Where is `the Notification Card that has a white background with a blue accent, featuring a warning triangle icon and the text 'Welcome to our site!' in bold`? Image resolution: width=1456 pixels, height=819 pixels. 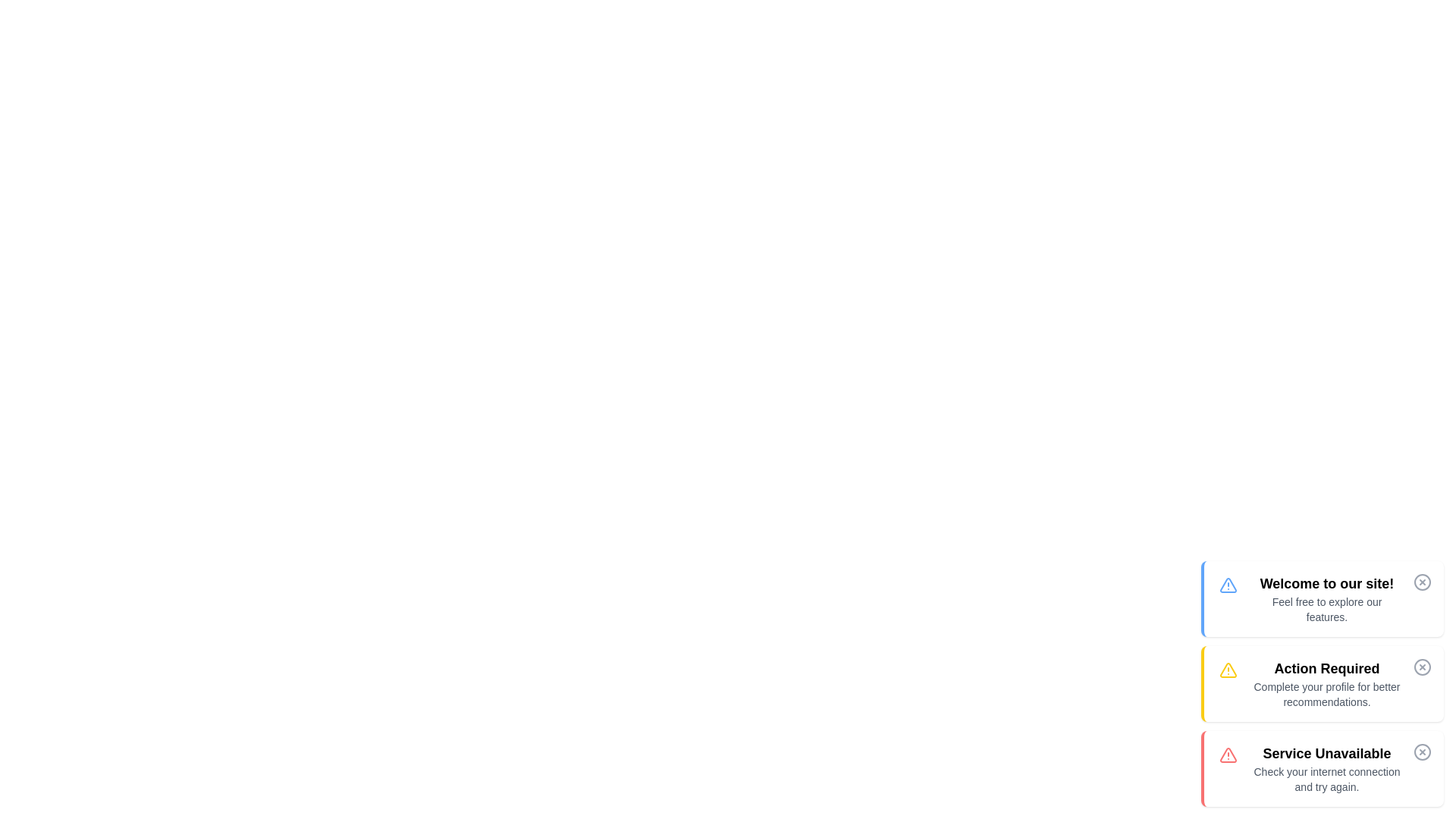
the Notification Card that has a white background with a blue accent, featuring a warning triangle icon and the text 'Welcome to our site!' in bold is located at coordinates (1321, 598).